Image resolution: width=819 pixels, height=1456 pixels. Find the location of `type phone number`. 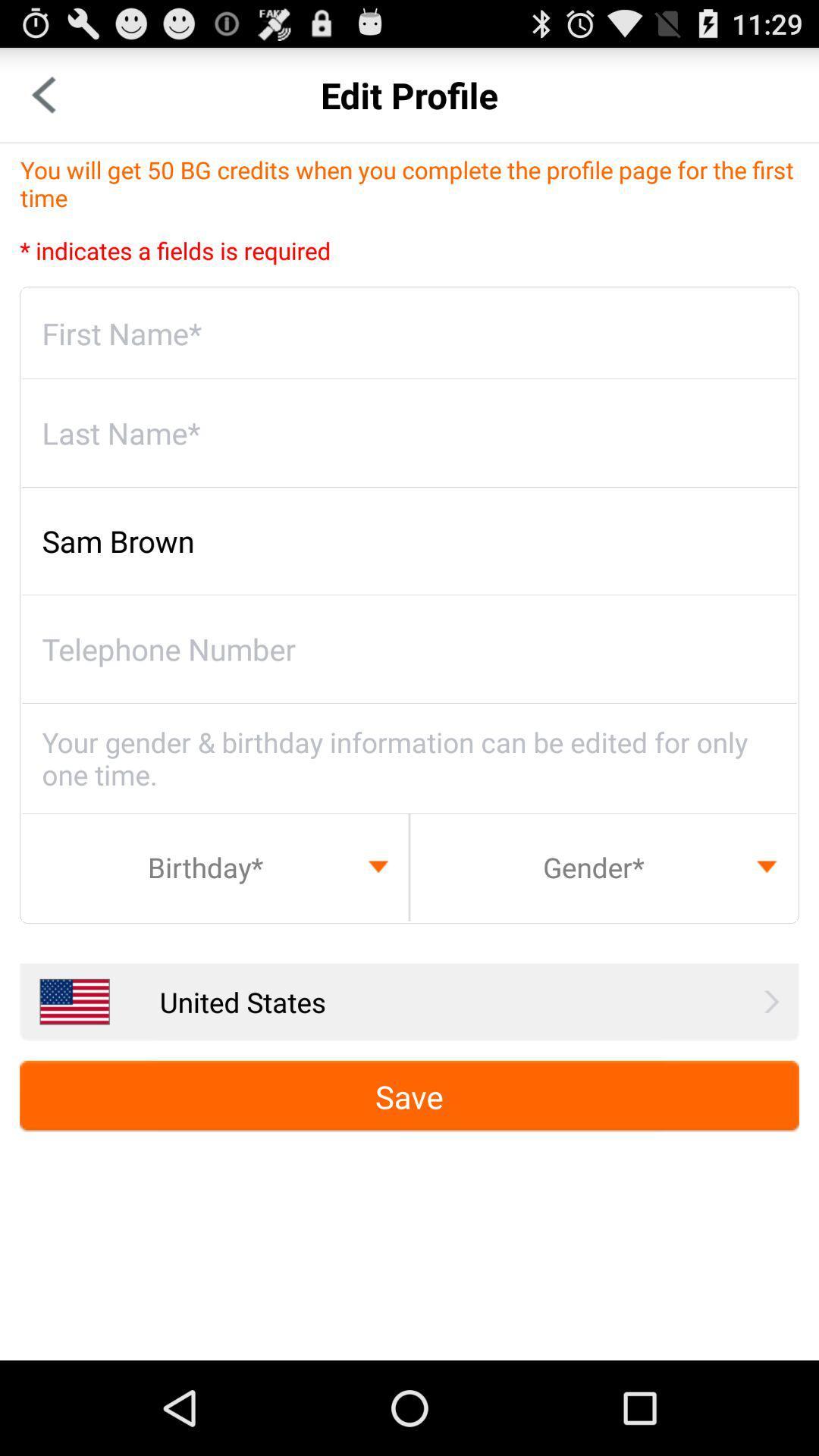

type phone number is located at coordinates (409, 649).